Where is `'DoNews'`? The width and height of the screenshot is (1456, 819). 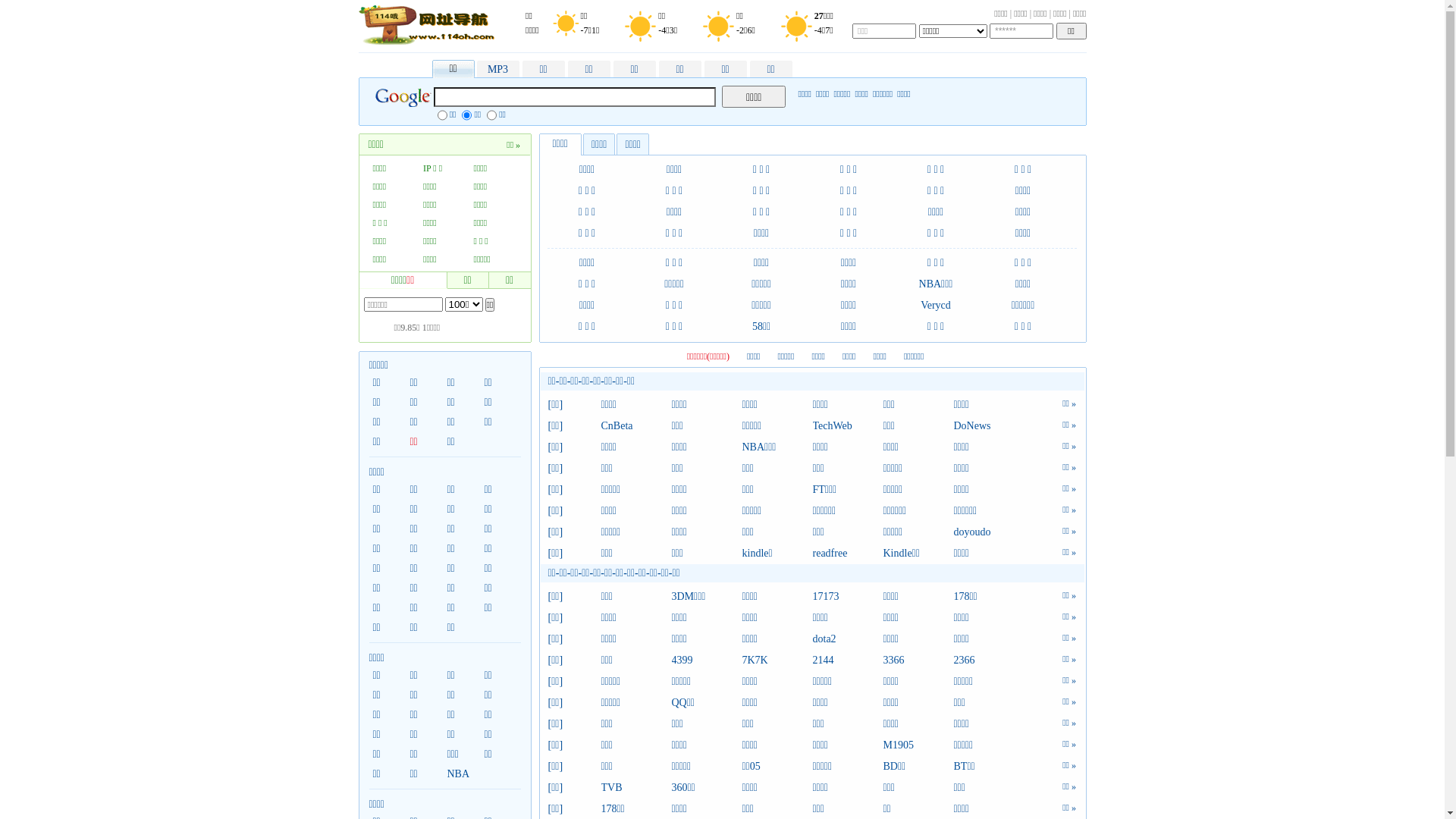 'DoNews' is located at coordinates (989, 426).